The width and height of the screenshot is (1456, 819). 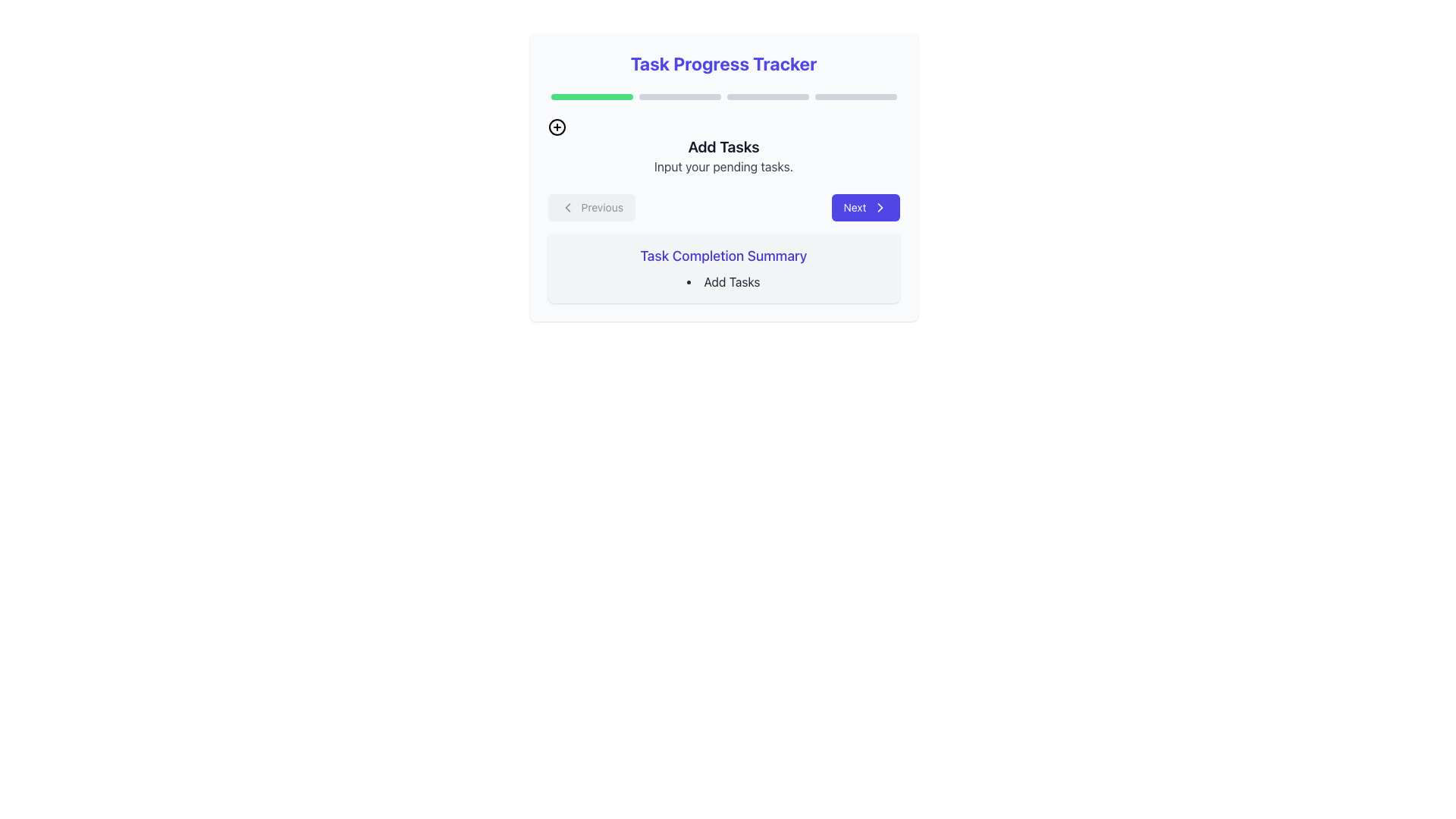 I want to click on the third Progress Bar Segment, which is a horizontal bar with a light gray background and rounded ends, located below the 'Task Progress Tracker' title, so click(x=767, y=96).